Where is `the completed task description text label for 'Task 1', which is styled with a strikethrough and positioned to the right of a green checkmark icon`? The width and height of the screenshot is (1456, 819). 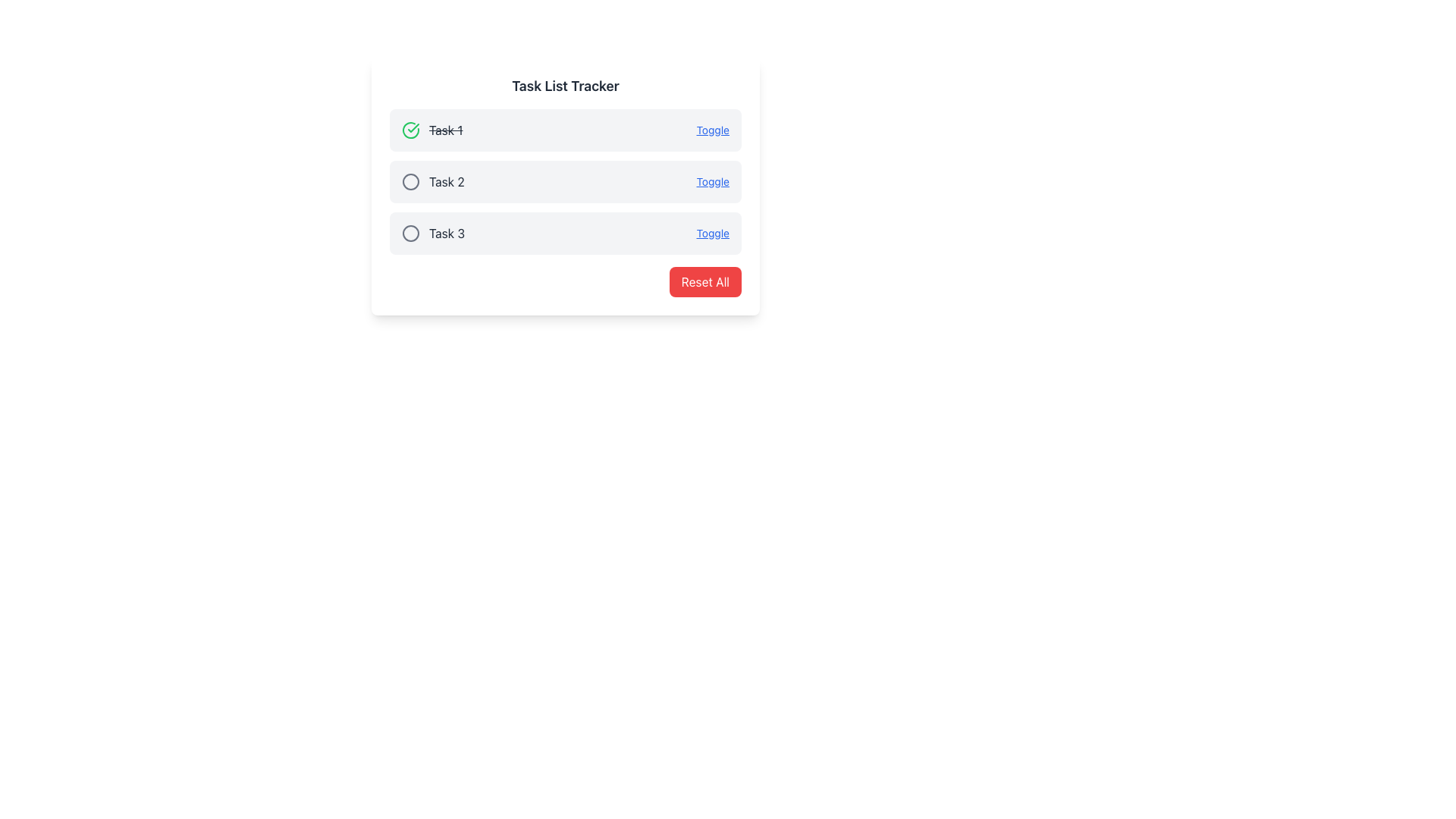 the completed task description text label for 'Task 1', which is styled with a strikethrough and positioned to the right of a green checkmark icon is located at coordinates (431, 130).